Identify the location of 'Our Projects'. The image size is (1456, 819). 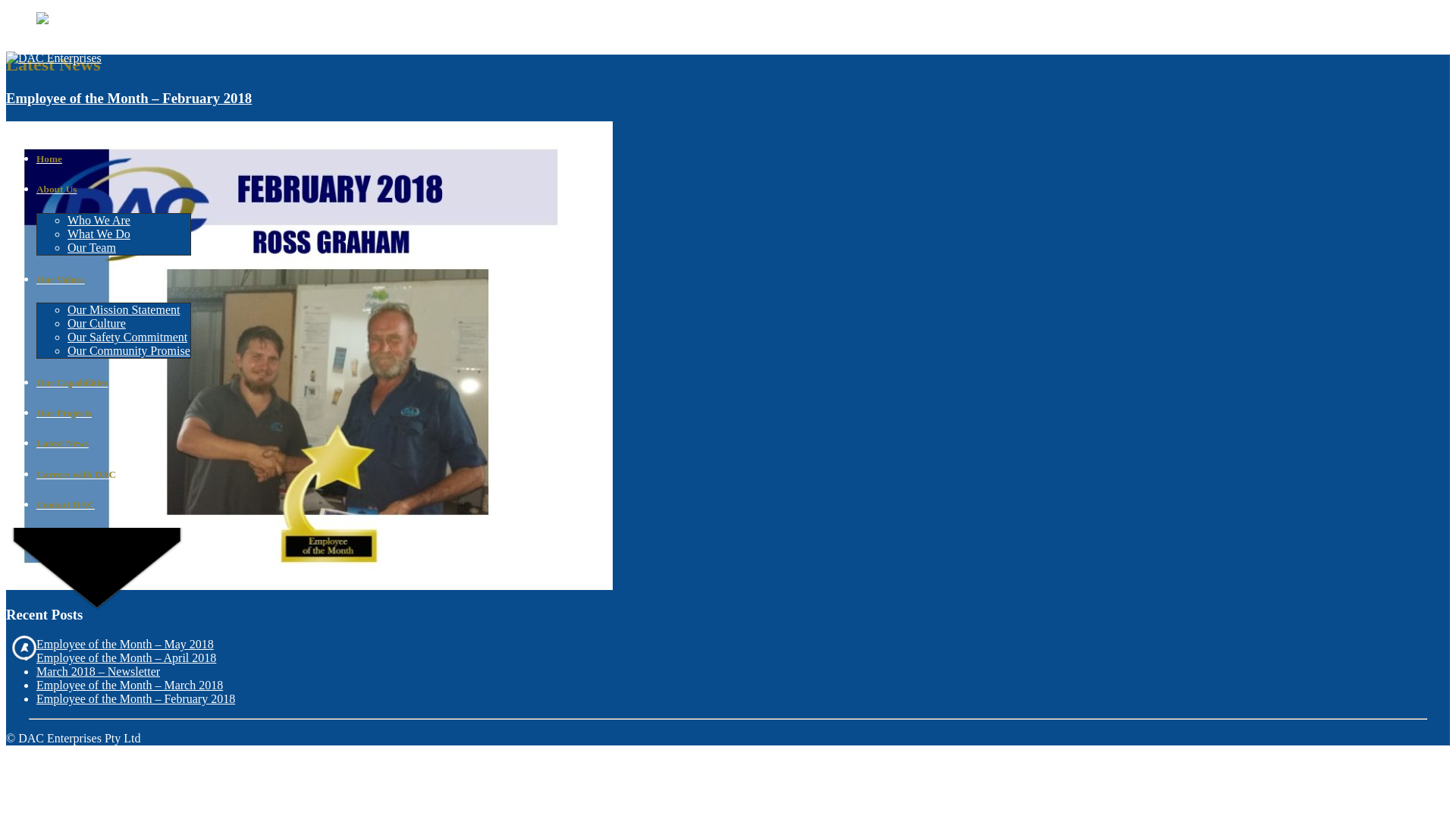
(112, 413).